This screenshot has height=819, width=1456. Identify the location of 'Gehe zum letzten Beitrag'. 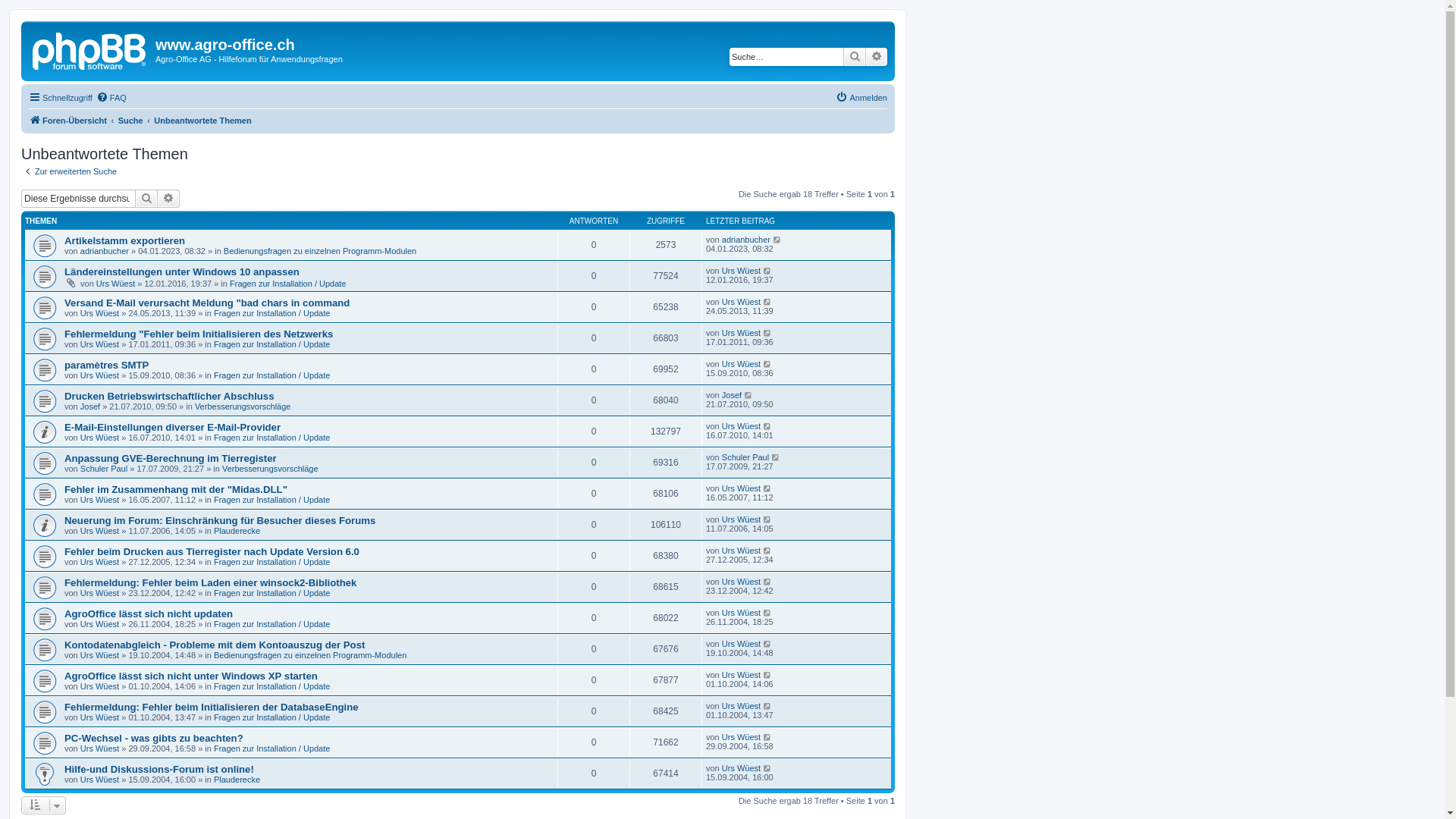
(748, 394).